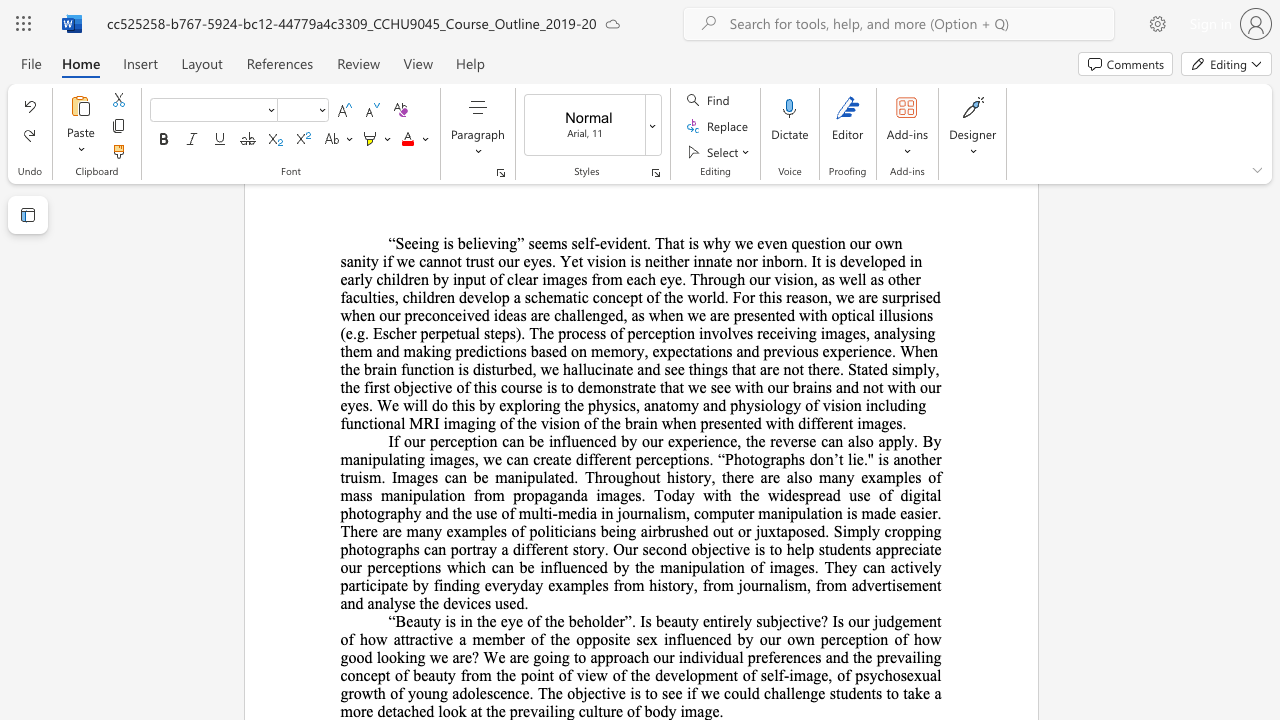 The image size is (1280, 720). Describe the element at coordinates (465, 675) in the screenshot. I see `the space between the continuous character "f" and "r" in the text` at that location.